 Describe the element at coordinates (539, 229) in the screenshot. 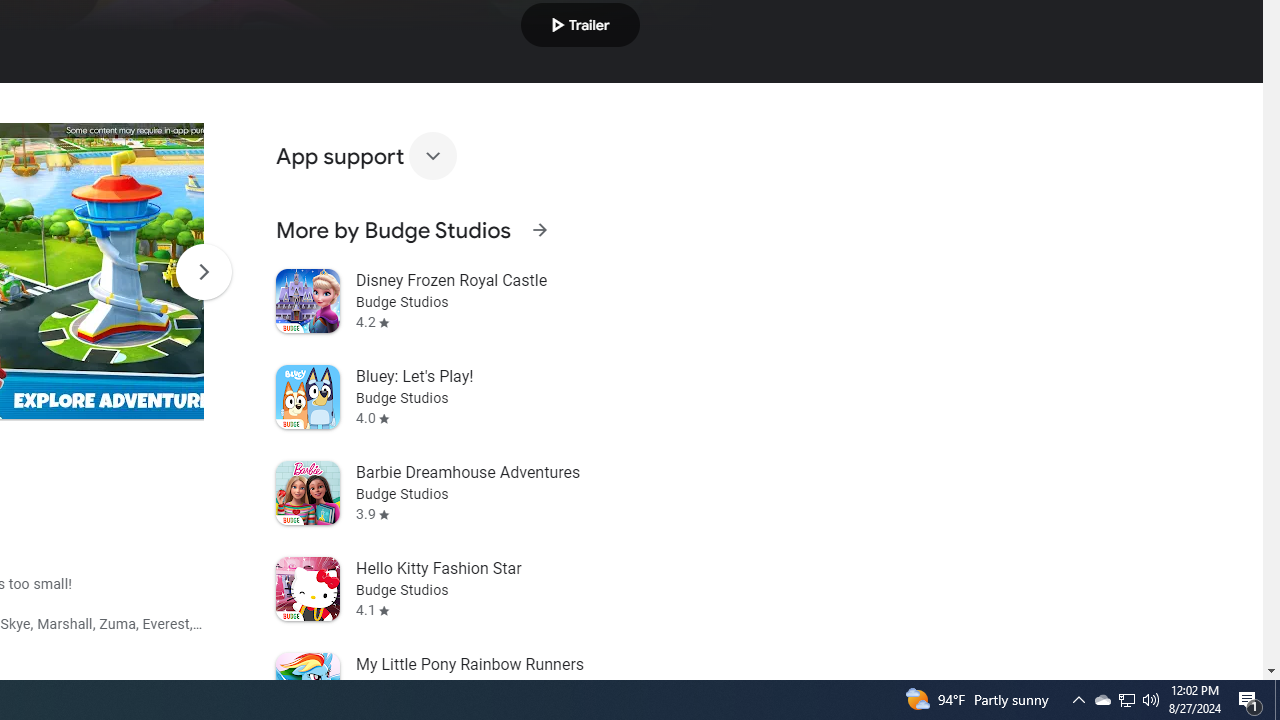

I see `'See more information on More by Budge Studios'` at that location.